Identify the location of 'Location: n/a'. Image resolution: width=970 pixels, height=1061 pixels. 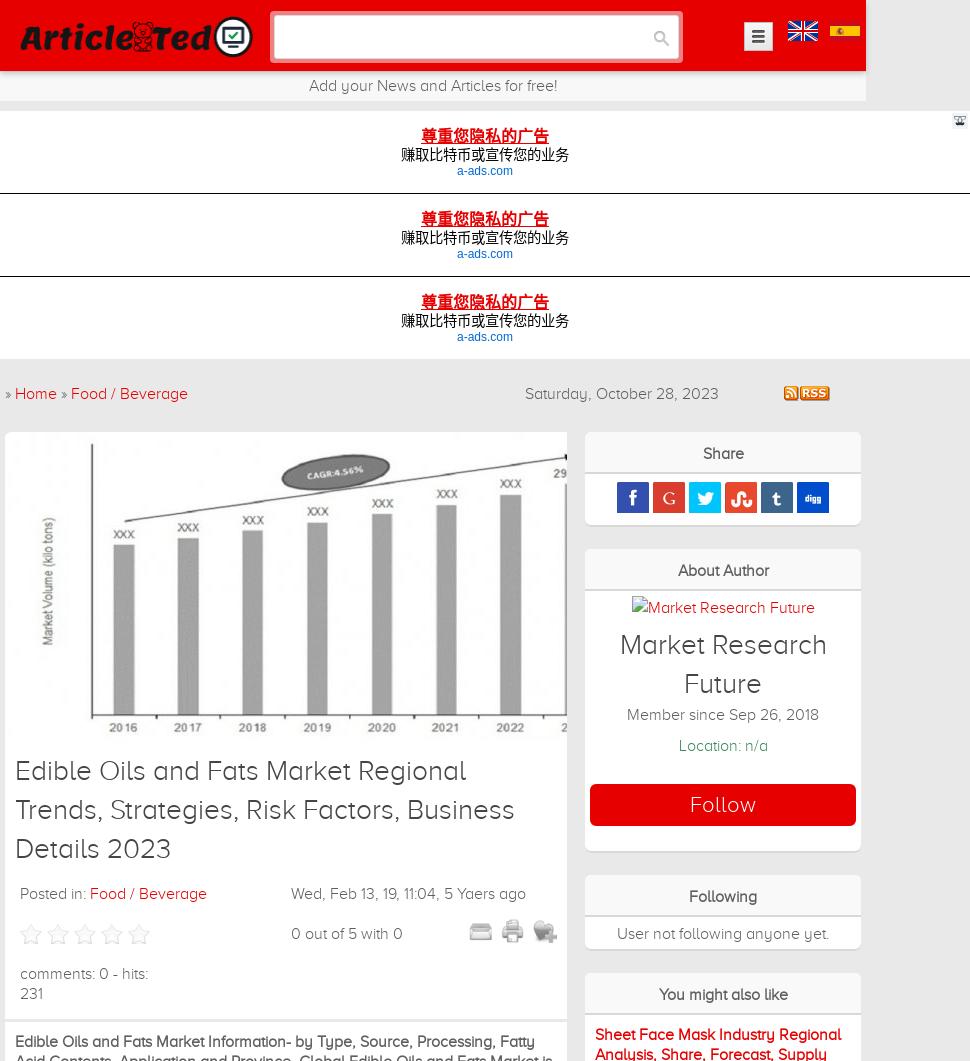
(722, 745).